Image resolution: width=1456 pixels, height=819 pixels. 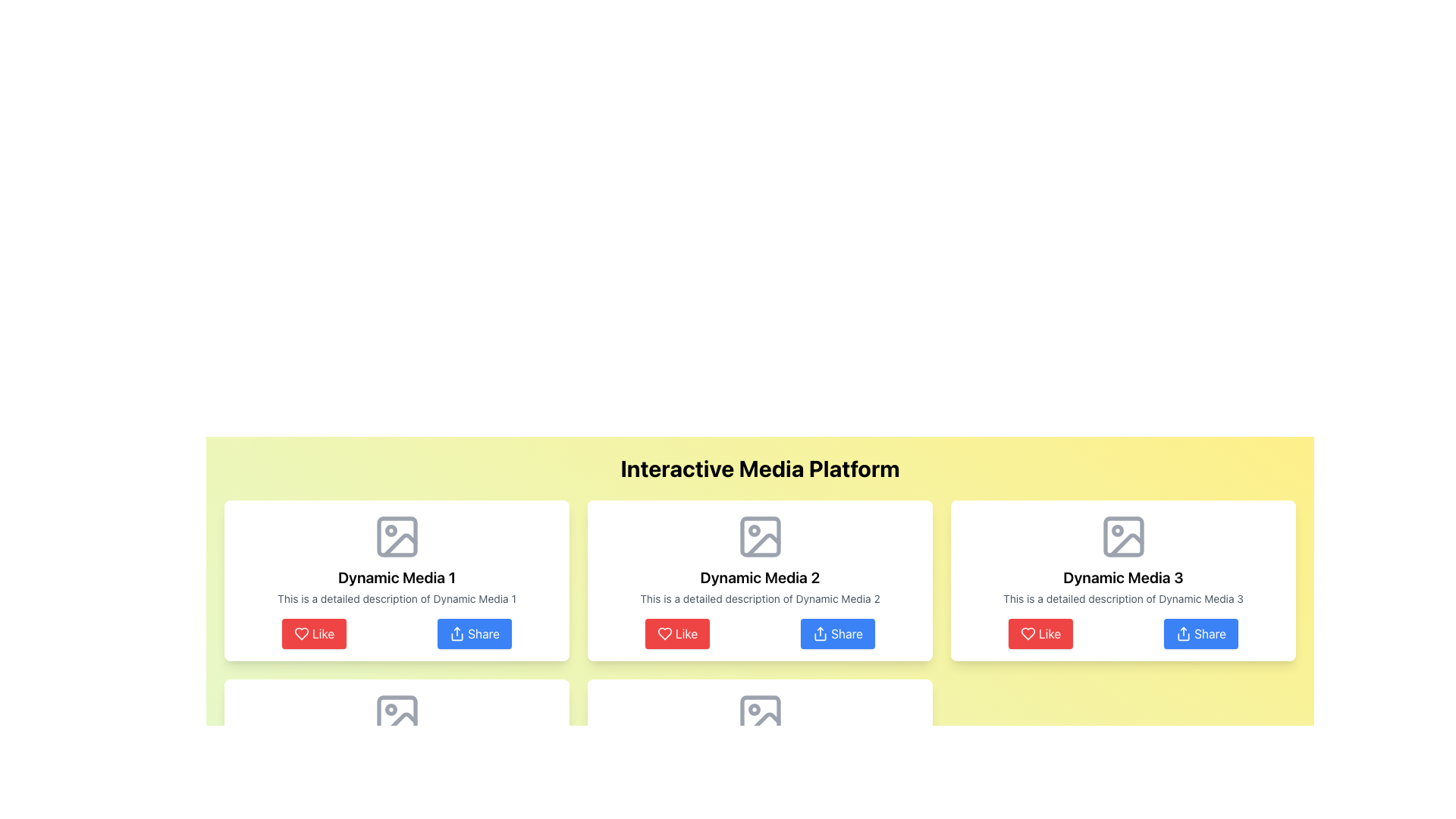 I want to click on the header and description part of the media-related card displaying 'Dynamic Media 3', which is located on the third card in a horizontal layout with a yellow background, positioned above the 'Like' and 'Share' buttons, so click(x=1123, y=559).